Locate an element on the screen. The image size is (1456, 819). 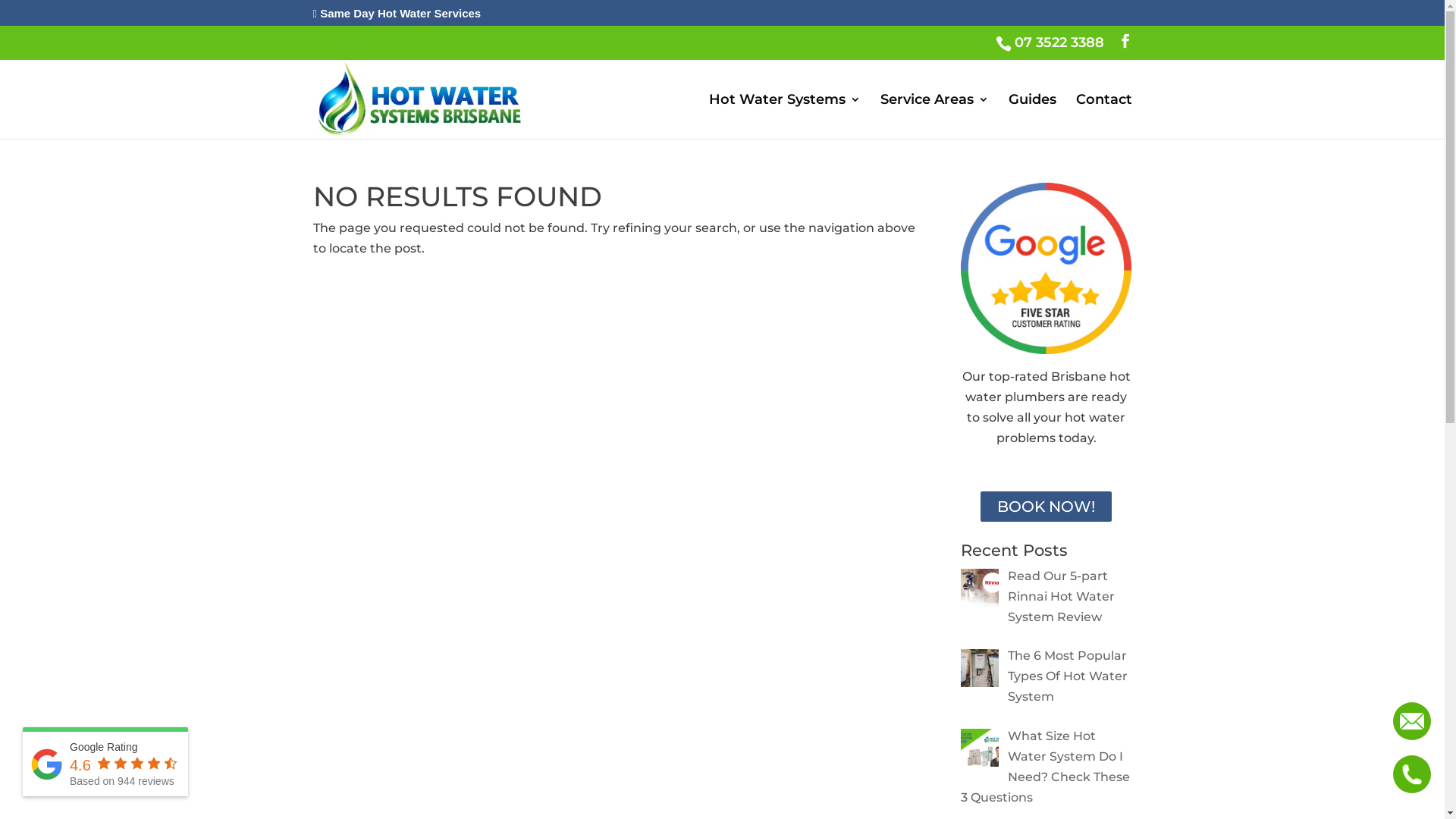
'Service Areas' is located at coordinates (933, 115).